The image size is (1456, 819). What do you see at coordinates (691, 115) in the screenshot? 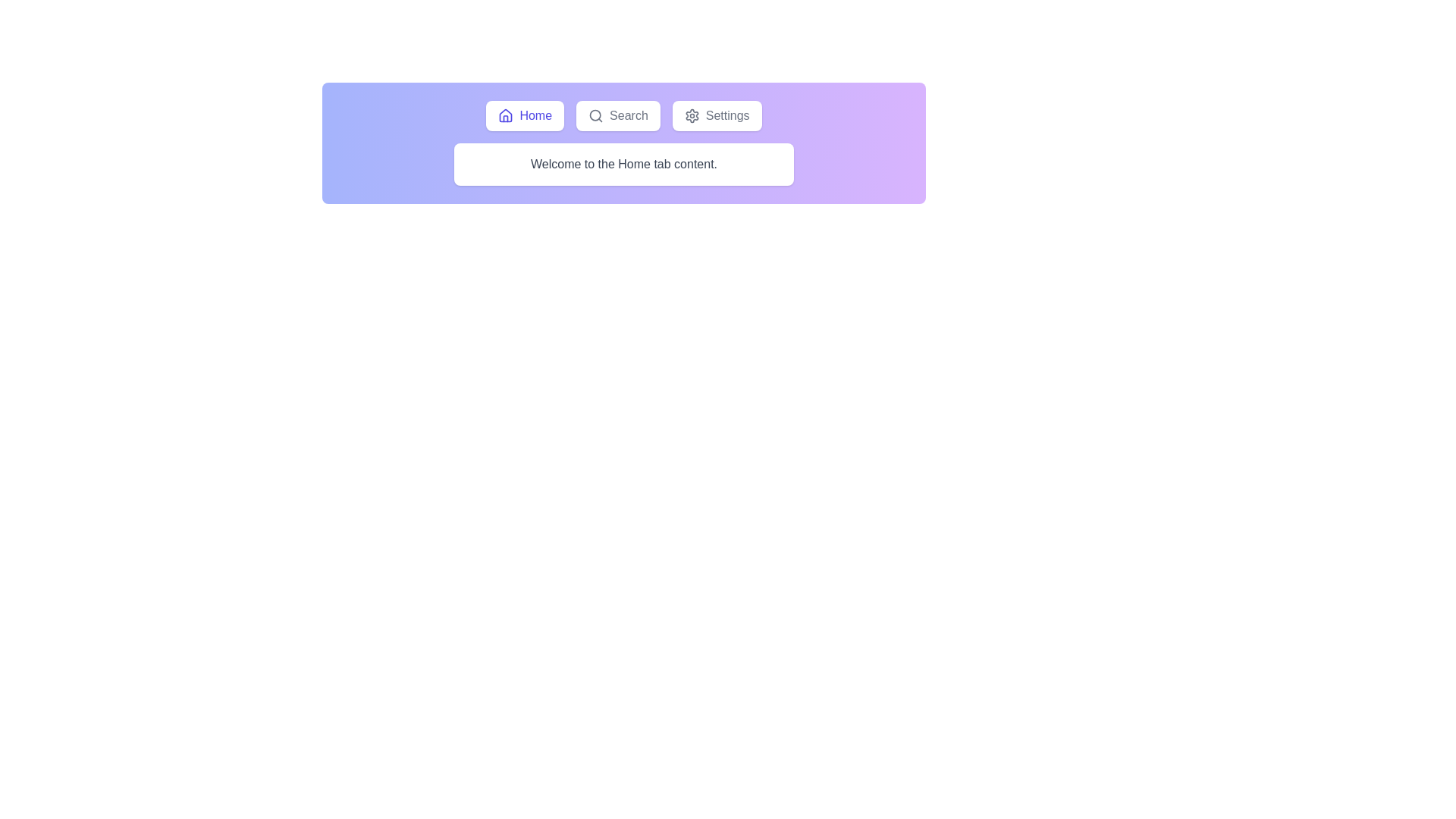
I see `the settings menu icon, which is the third button from the left in the horizontal navigation options at the top of the interface, for navigation` at bounding box center [691, 115].